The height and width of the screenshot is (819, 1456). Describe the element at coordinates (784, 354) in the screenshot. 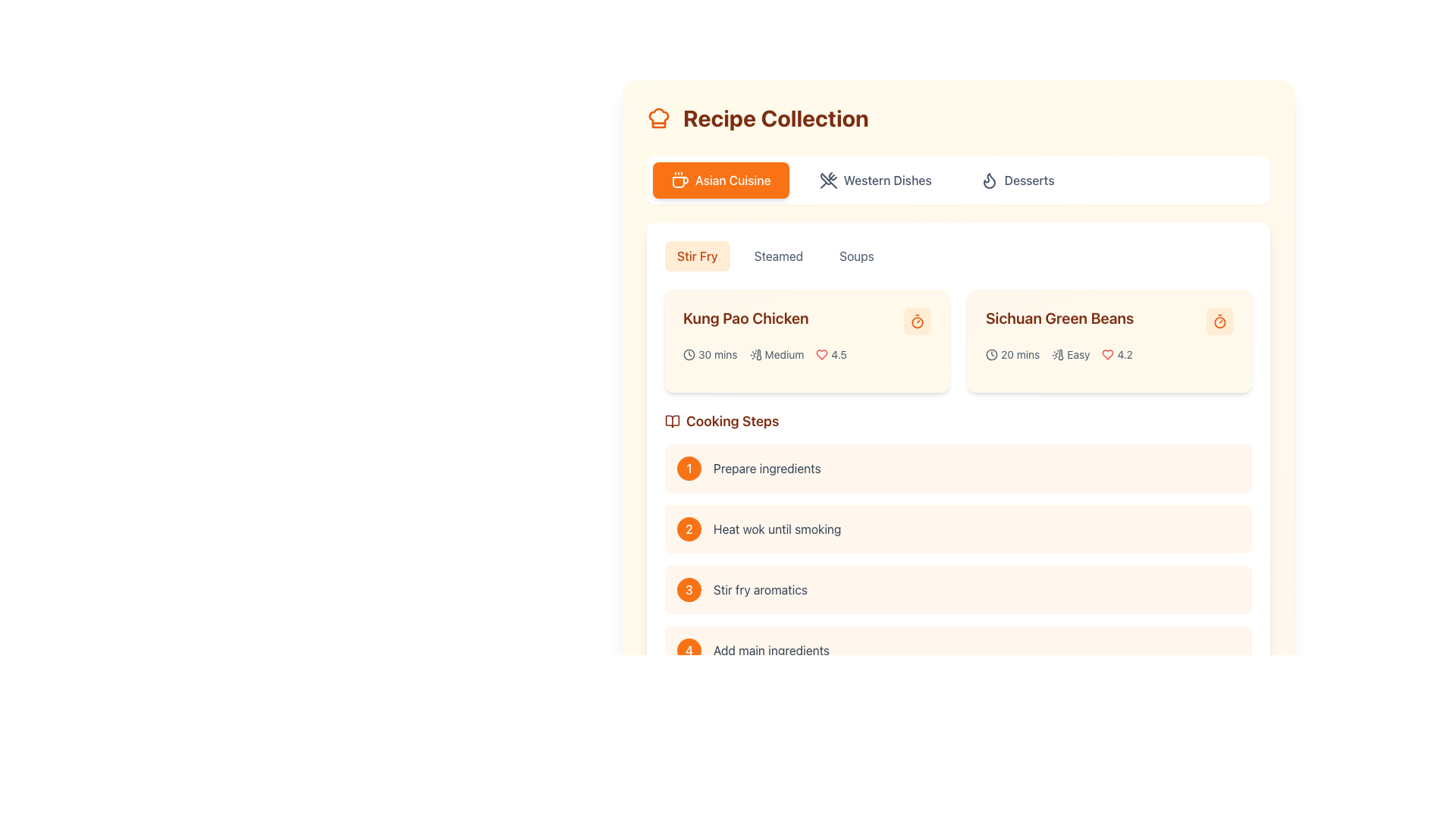

I see `the text label displaying 'Medium', which is part of the details section for 'Kung Pao Chicken', positioned between an icon and the heart icon` at that location.